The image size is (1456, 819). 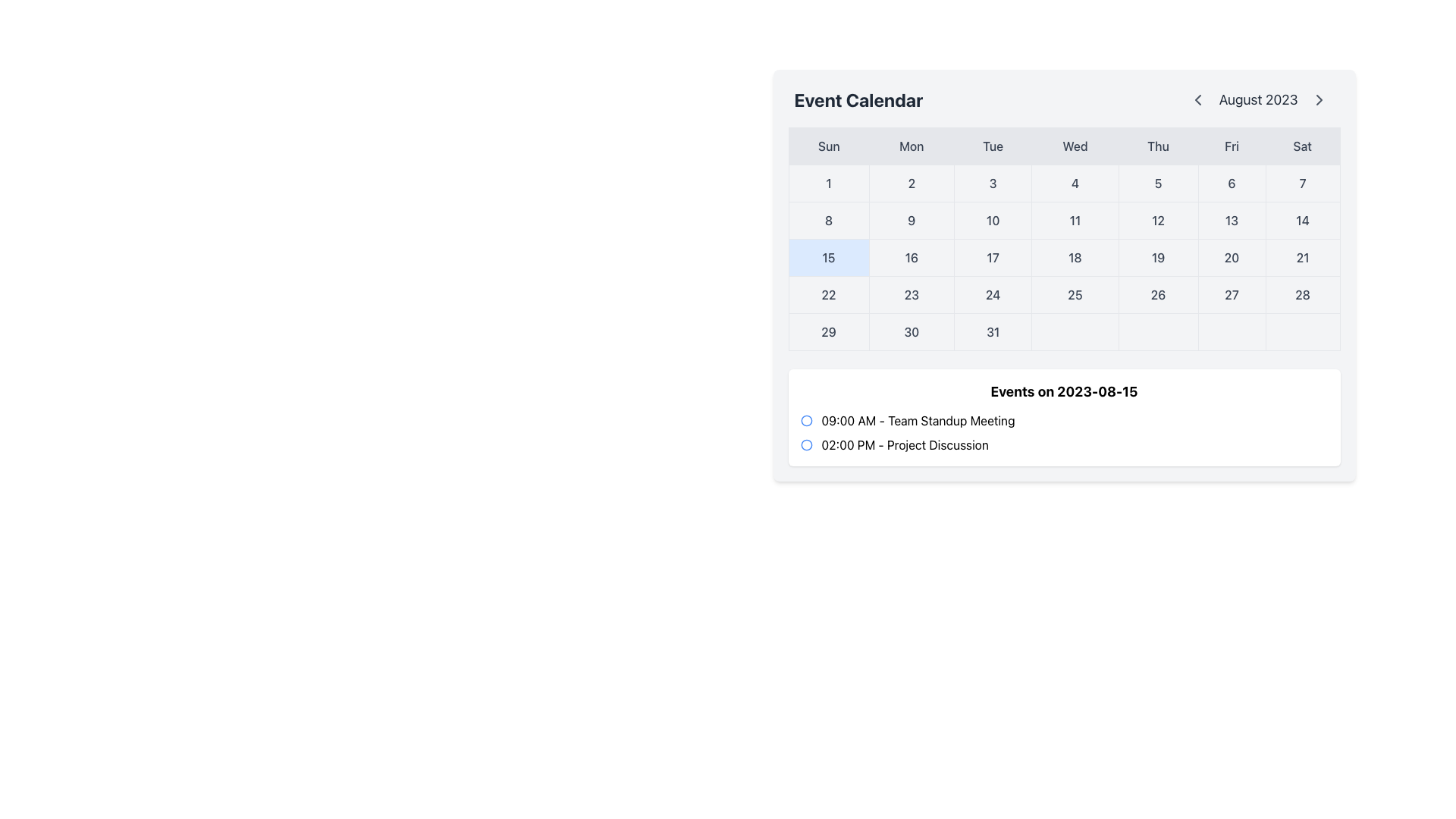 What do you see at coordinates (1063, 146) in the screenshot?
I see `the abbreviation in the Label row for the calendar grid` at bounding box center [1063, 146].